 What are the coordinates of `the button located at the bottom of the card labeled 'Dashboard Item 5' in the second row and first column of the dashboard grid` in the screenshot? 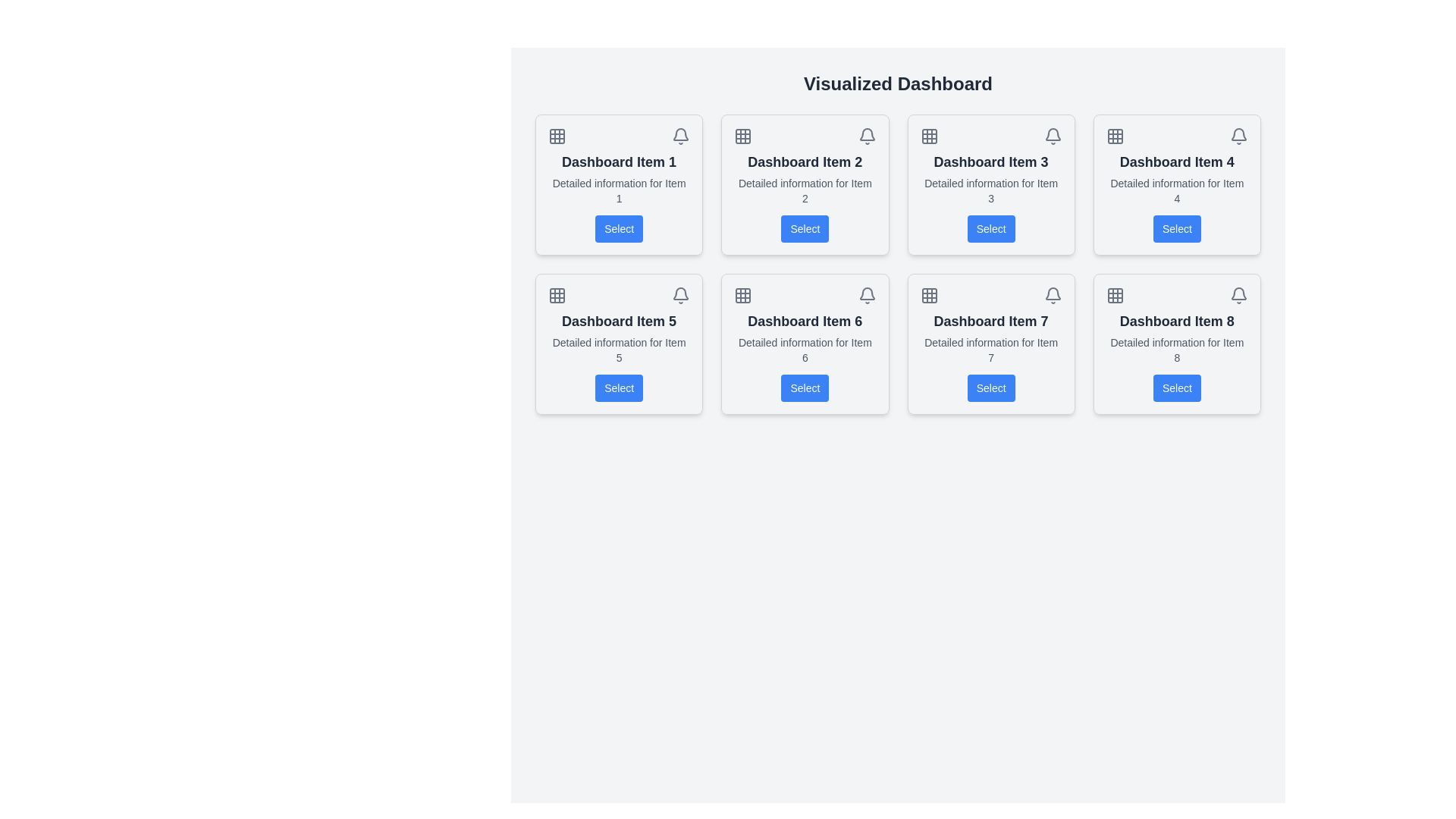 It's located at (619, 388).